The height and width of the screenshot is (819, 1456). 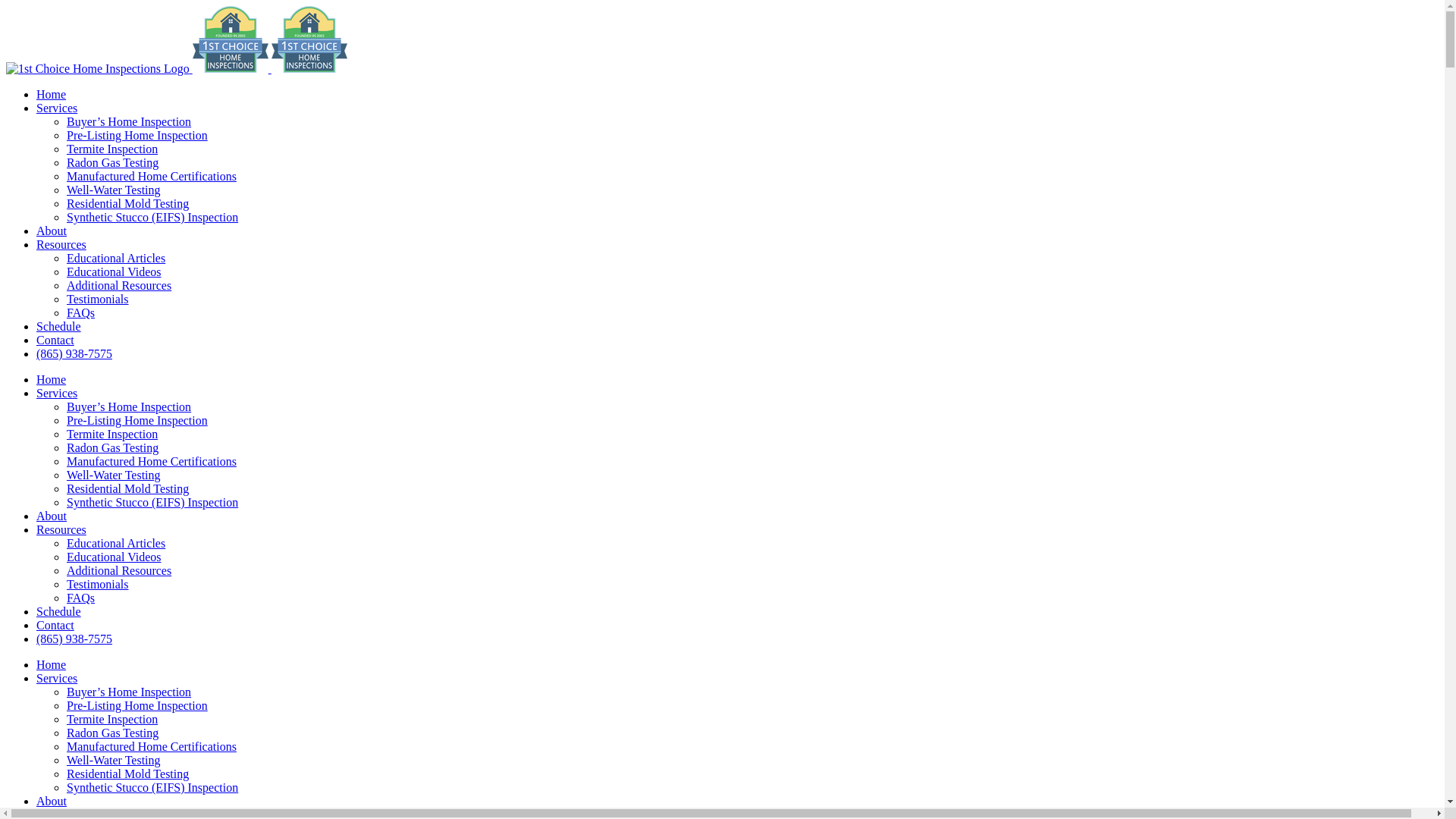 I want to click on 'Well-Water Testing', so click(x=112, y=474).